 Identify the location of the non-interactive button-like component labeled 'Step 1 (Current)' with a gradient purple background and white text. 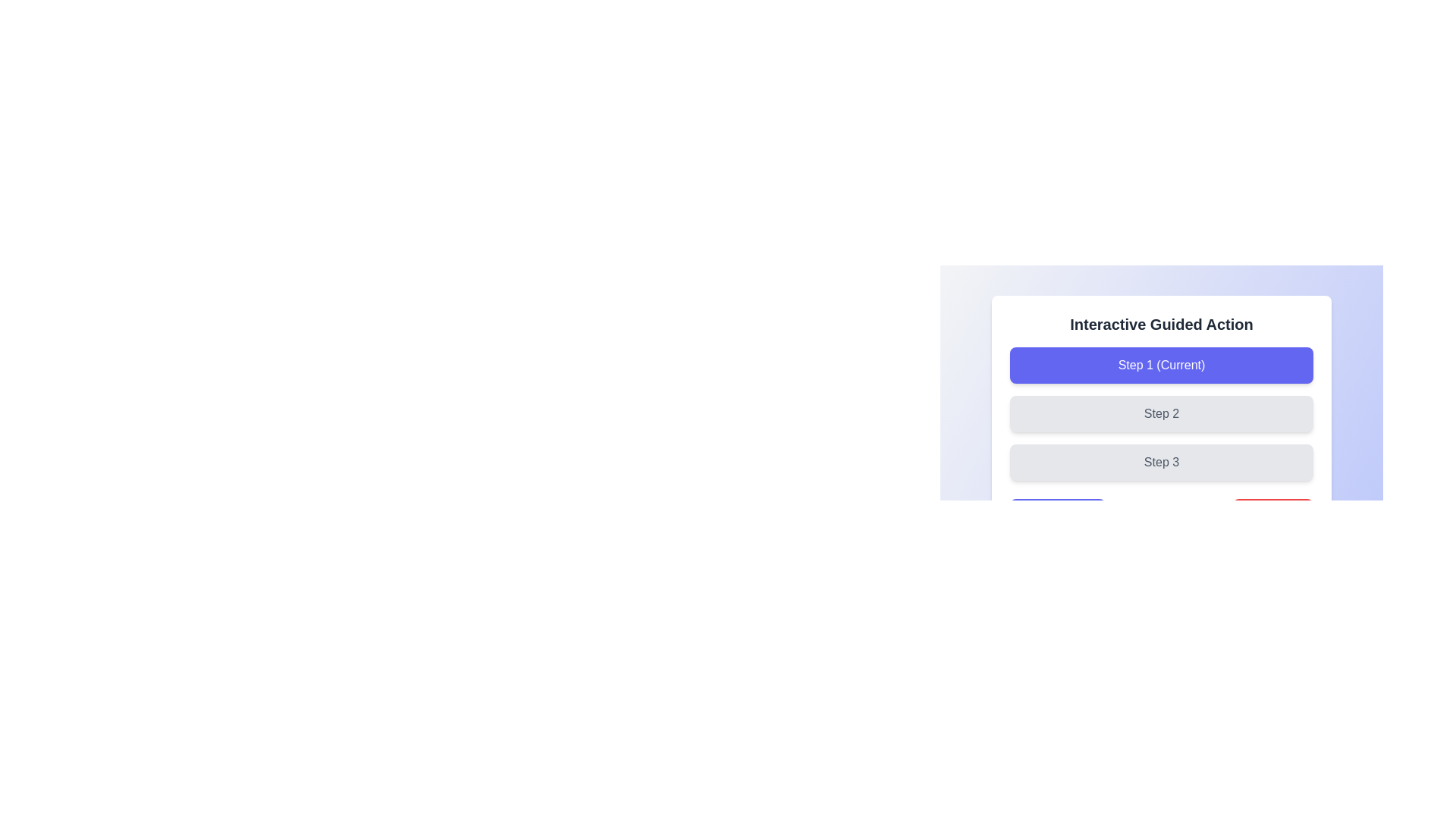
(1160, 366).